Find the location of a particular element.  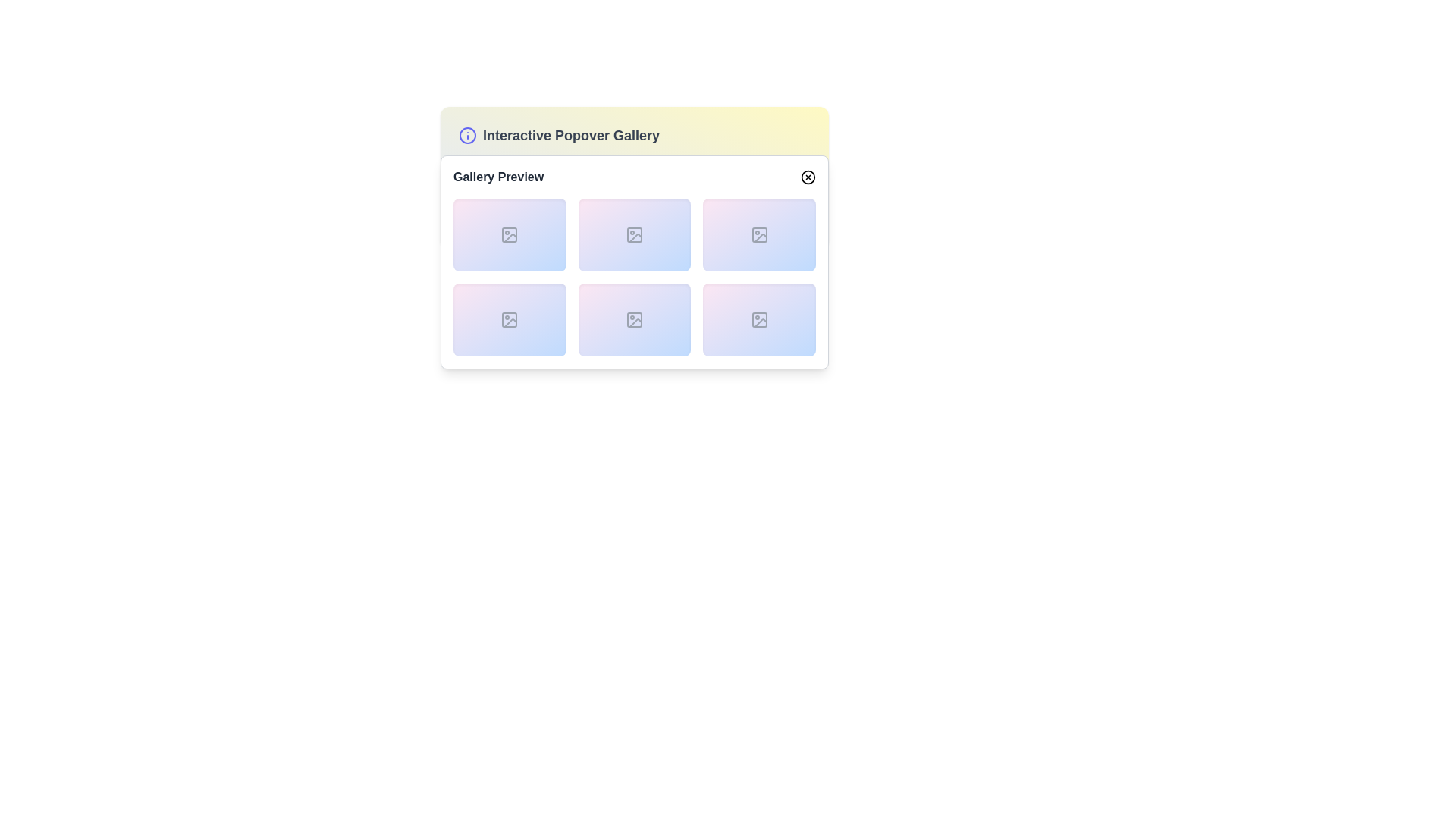

the diagonal line pattern within the SVG element located at the lower right corner of the image placeholder icon in the gallery preview grid is located at coordinates (761, 238).